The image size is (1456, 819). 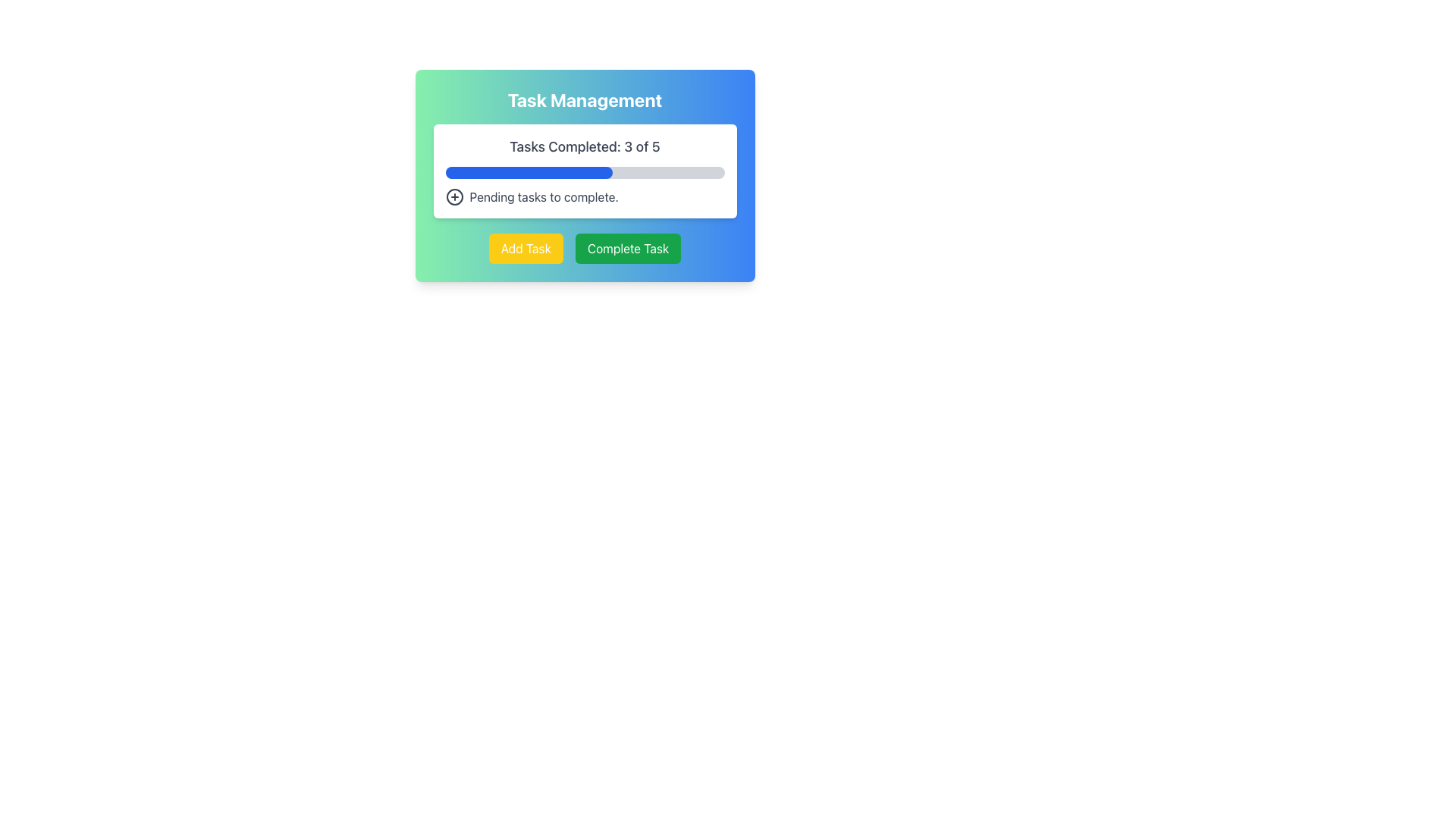 I want to click on the task management icon located at the start of the row containing the text 'Pending tasks to complete', so click(x=453, y=196).